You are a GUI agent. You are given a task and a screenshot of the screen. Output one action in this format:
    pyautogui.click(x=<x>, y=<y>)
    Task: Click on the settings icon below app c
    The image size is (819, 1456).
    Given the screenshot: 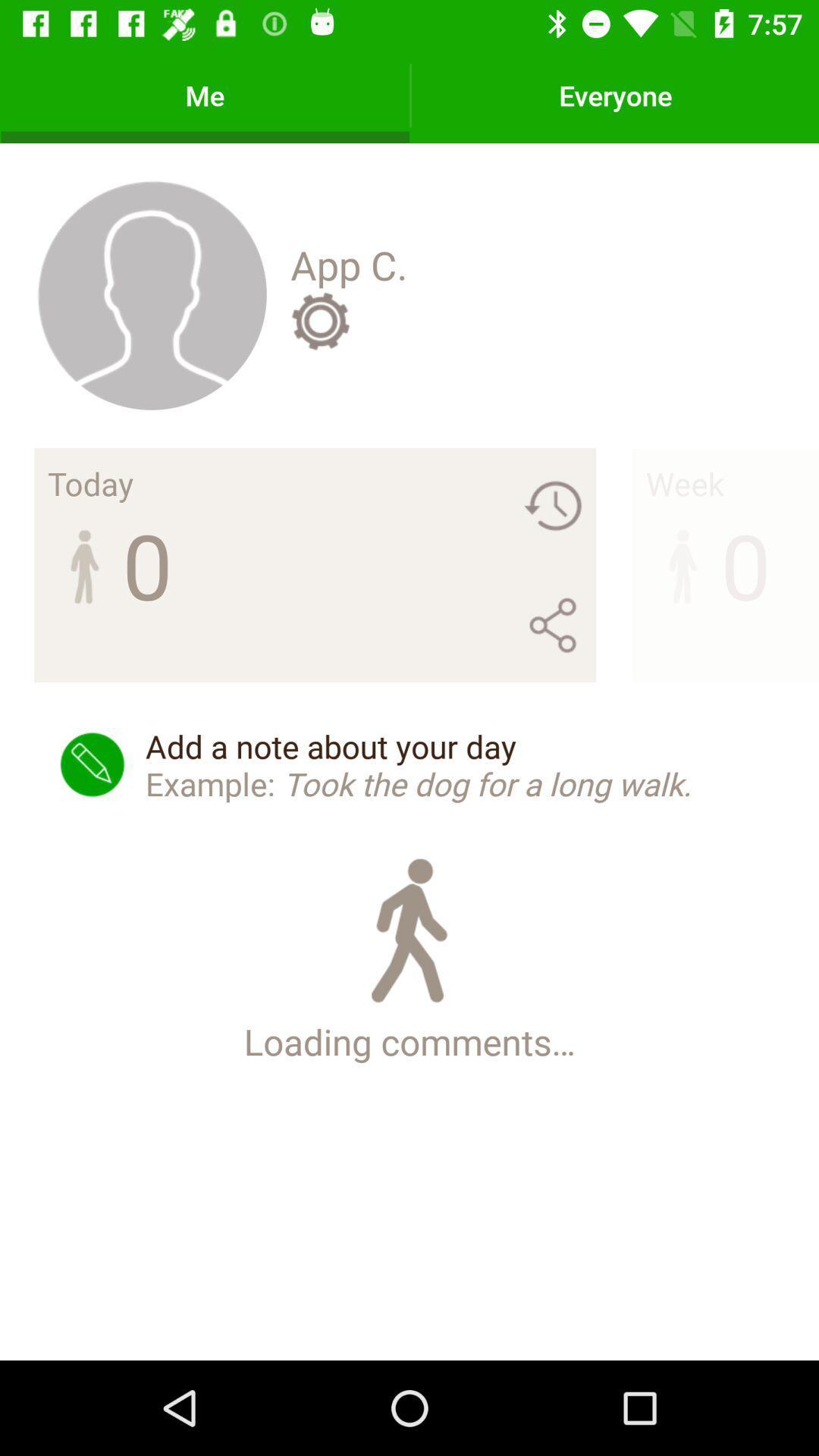 What is the action you would take?
    pyautogui.click(x=319, y=320)
    